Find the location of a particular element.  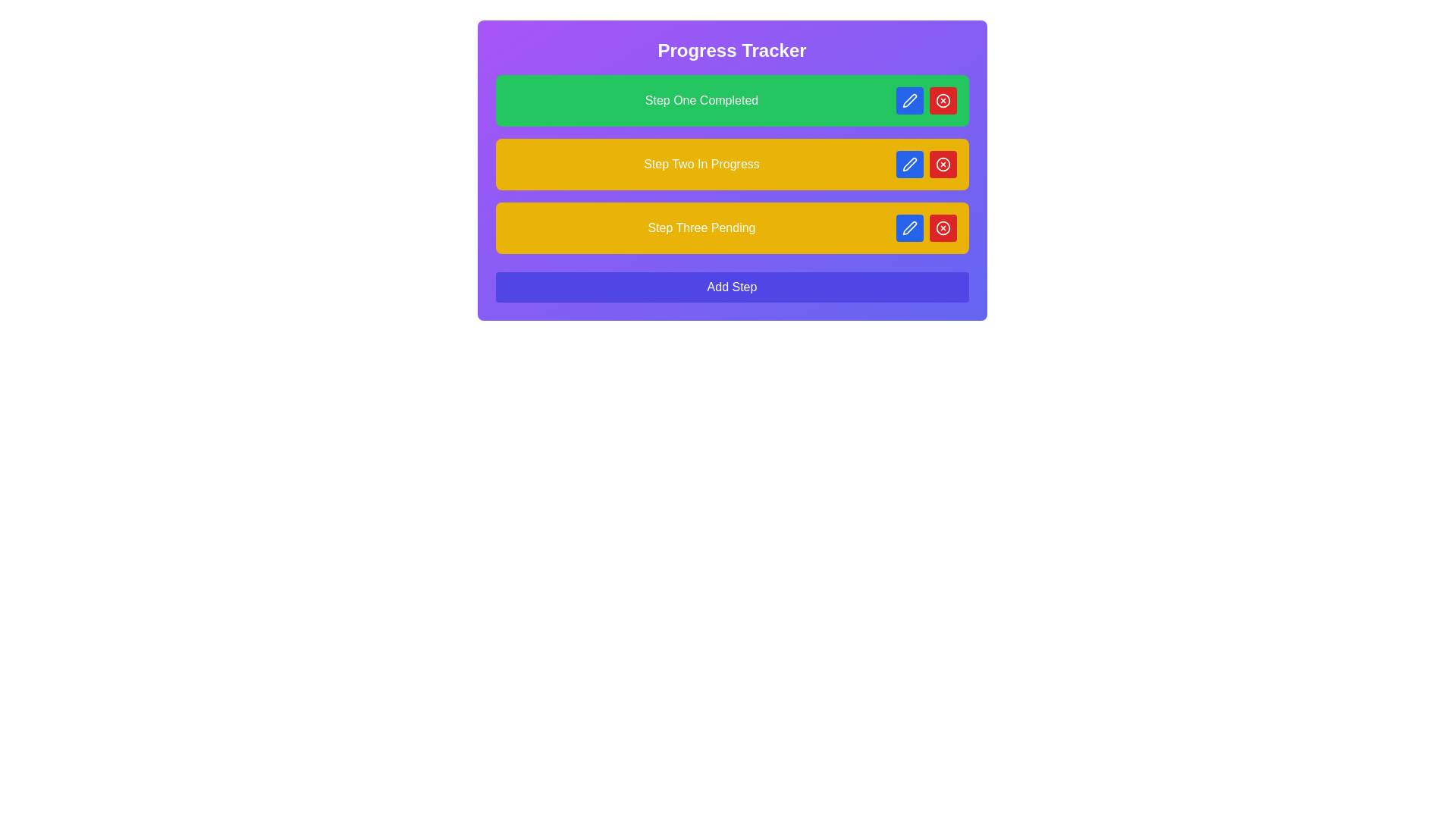

the circular red icon with a white border and an 'X' shape is located at coordinates (942, 164).